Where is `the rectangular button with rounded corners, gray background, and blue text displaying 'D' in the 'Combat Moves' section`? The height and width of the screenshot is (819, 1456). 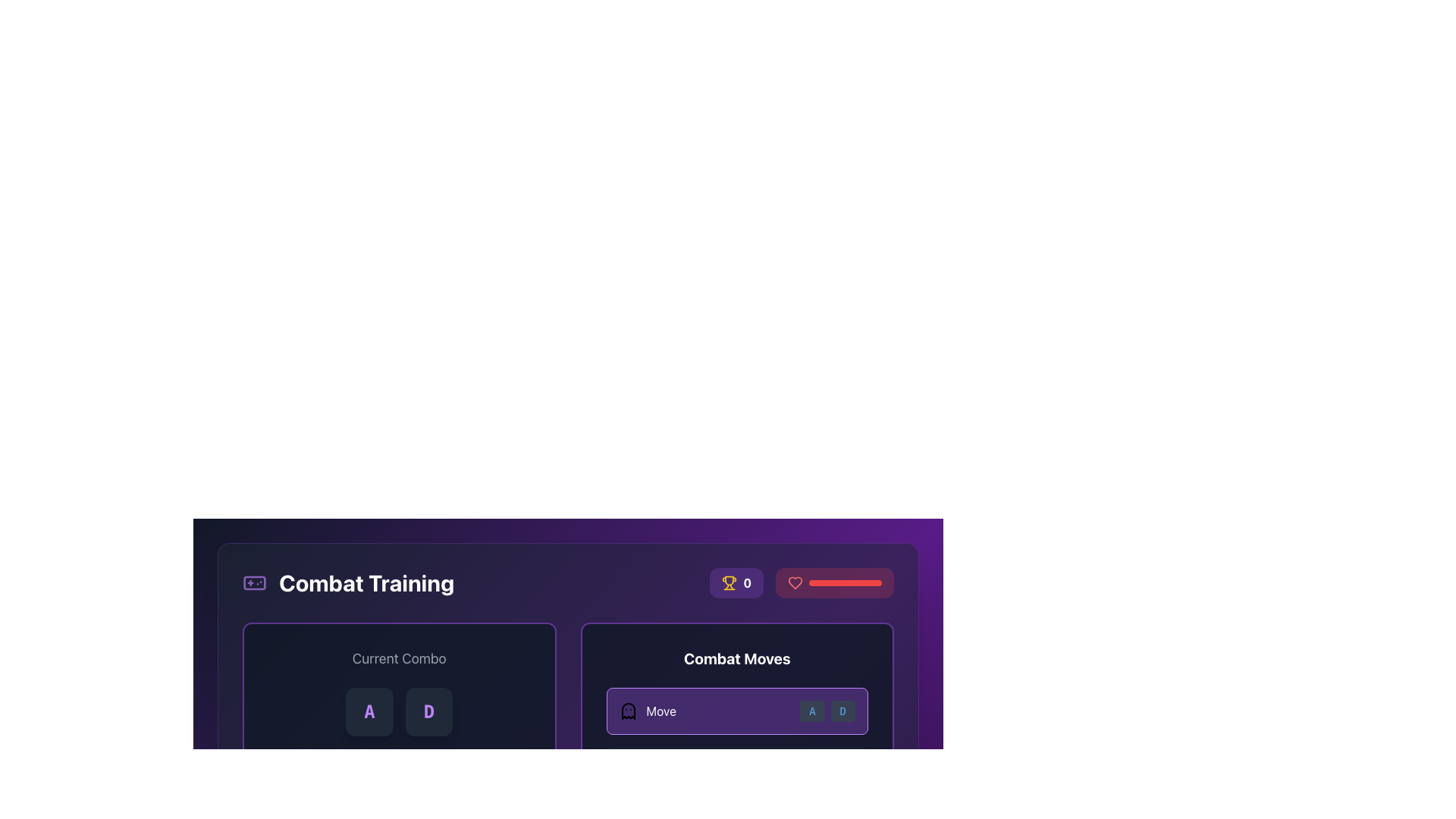
the rectangular button with rounded corners, gray background, and blue text displaying 'D' in the 'Combat Moves' section is located at coordinates (842, 711).